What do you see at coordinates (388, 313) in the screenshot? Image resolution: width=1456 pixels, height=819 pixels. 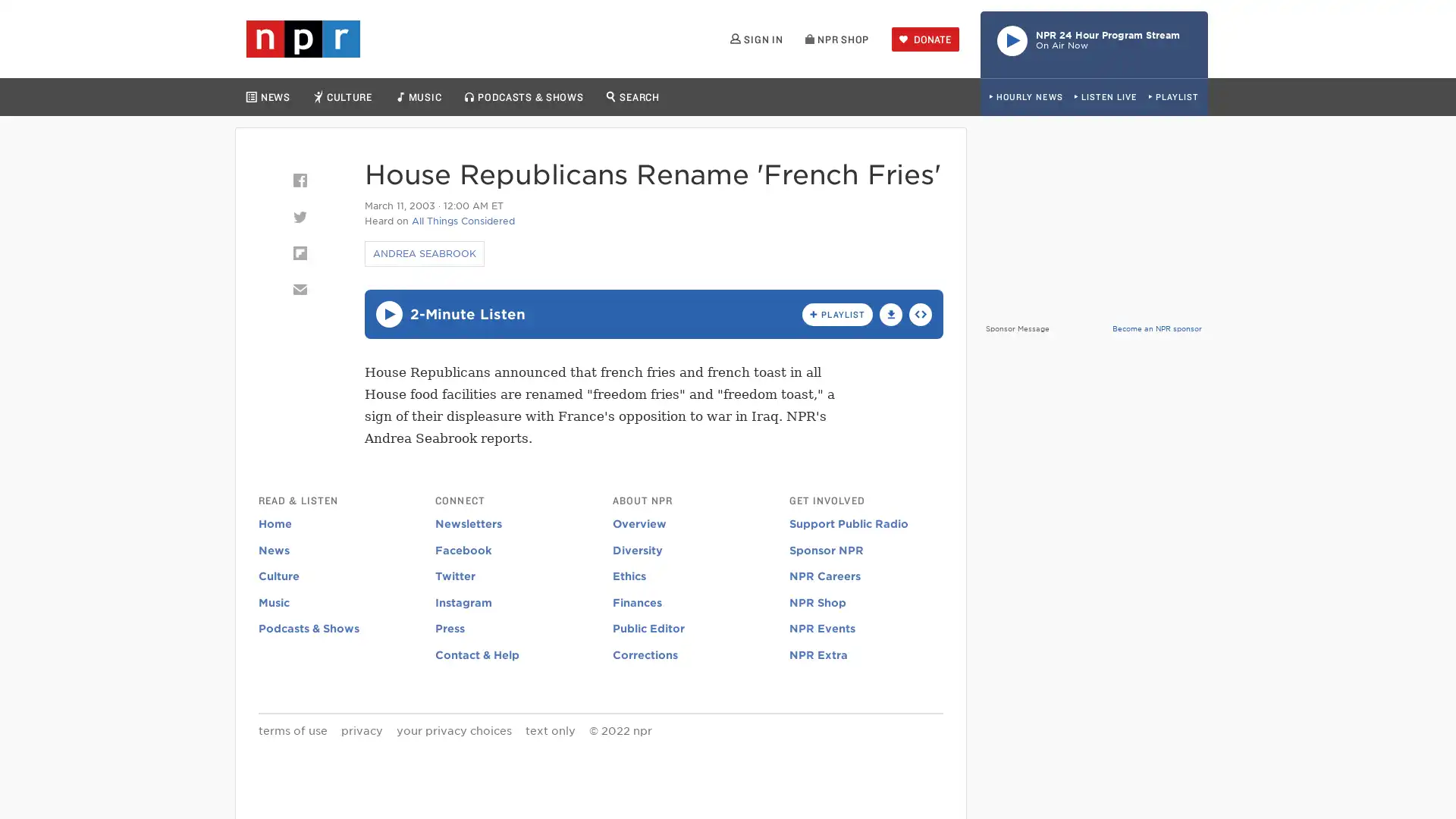 I see `LISTEN 2:38` at bounding box center [388, 313].